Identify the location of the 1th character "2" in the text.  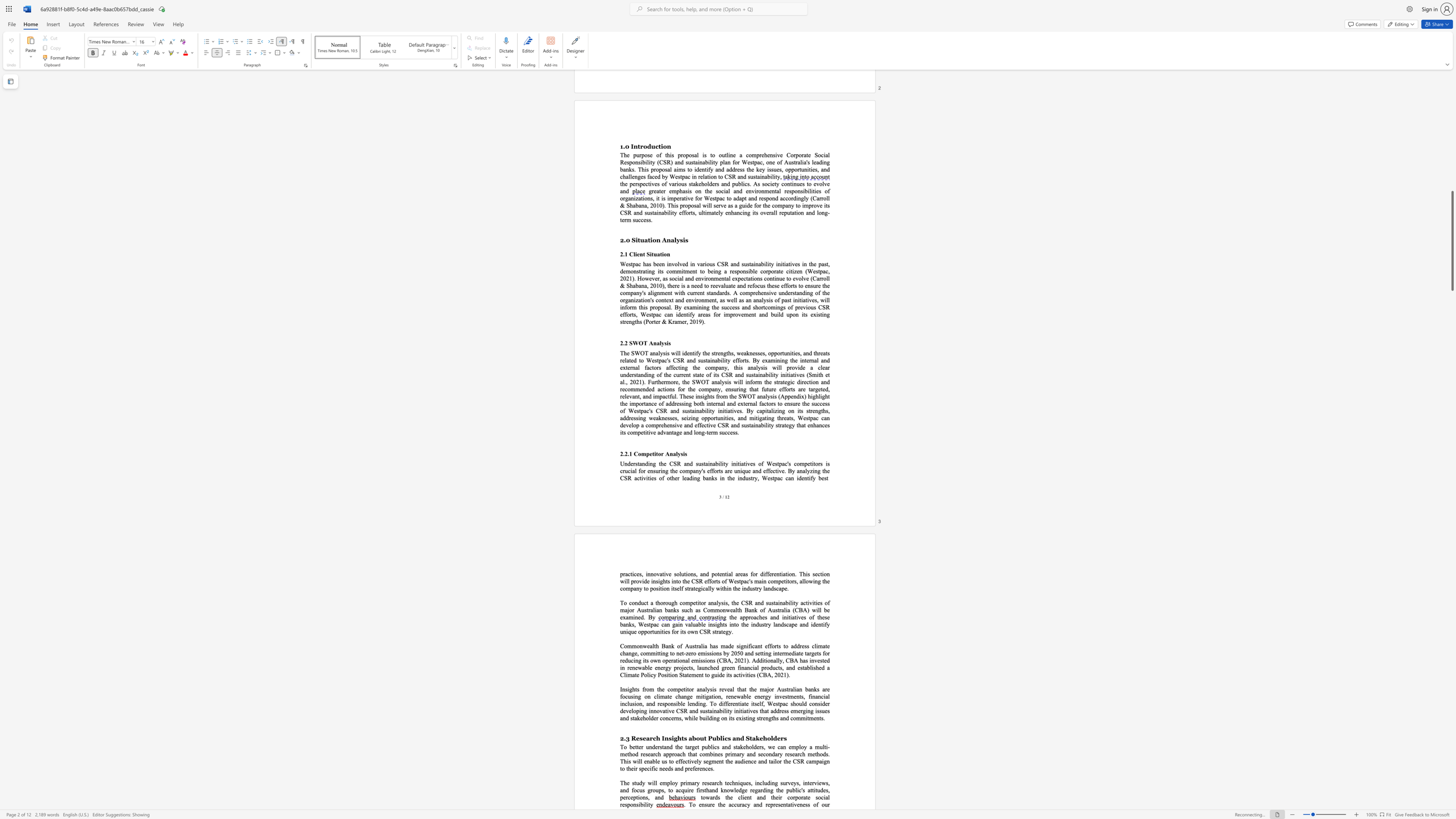
(622, 738).